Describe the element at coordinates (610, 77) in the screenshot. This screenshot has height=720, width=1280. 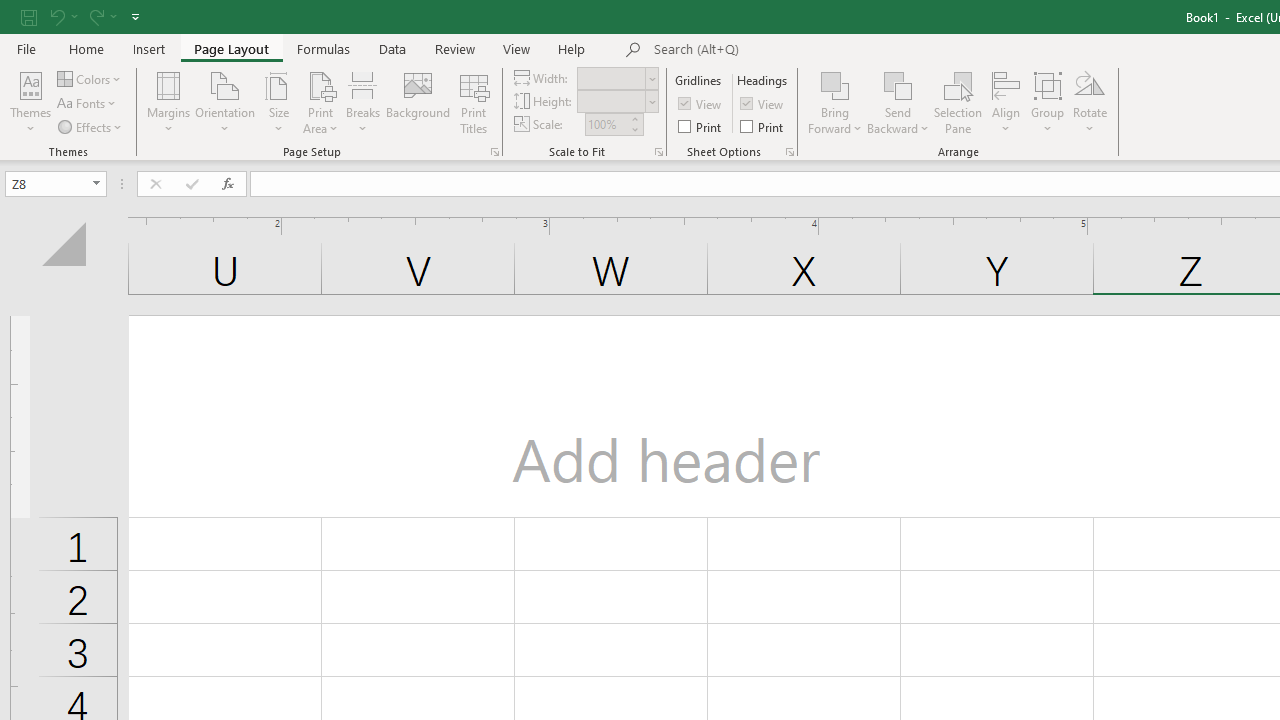
I see `'Width'` at that location.